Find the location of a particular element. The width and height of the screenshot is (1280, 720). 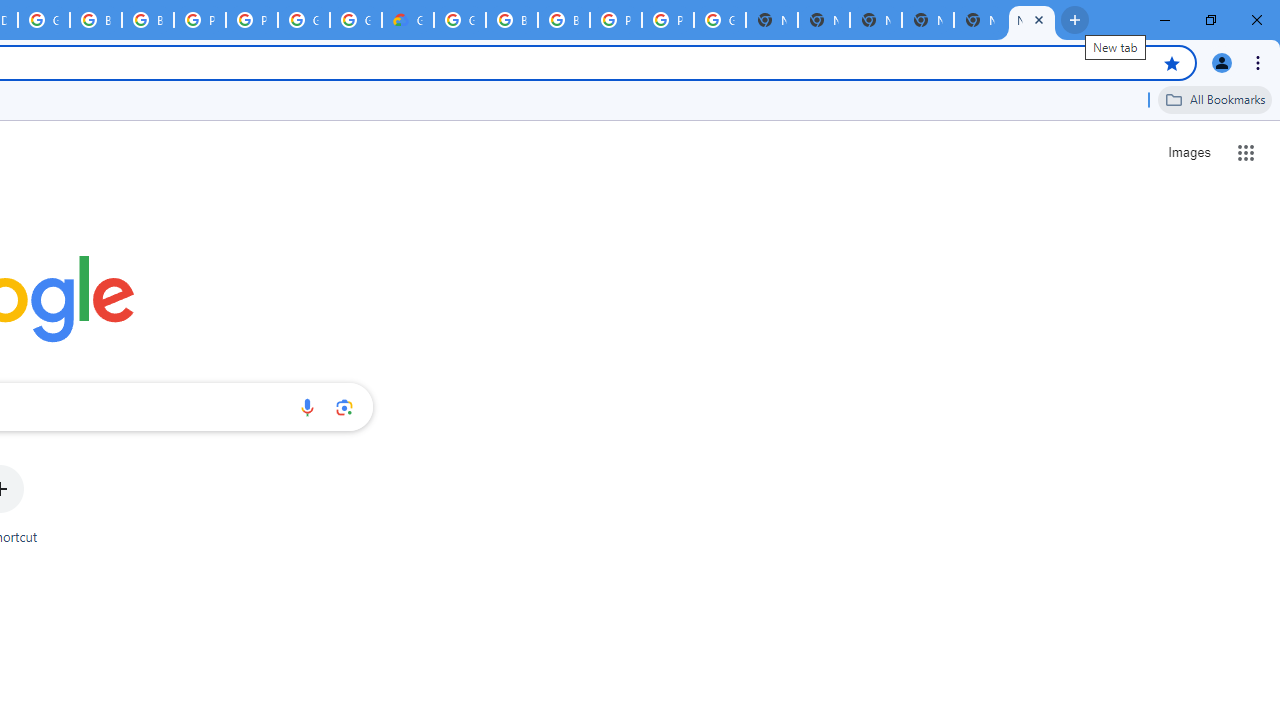

'All Bookmarks' is located at coordinates (1214, 99).